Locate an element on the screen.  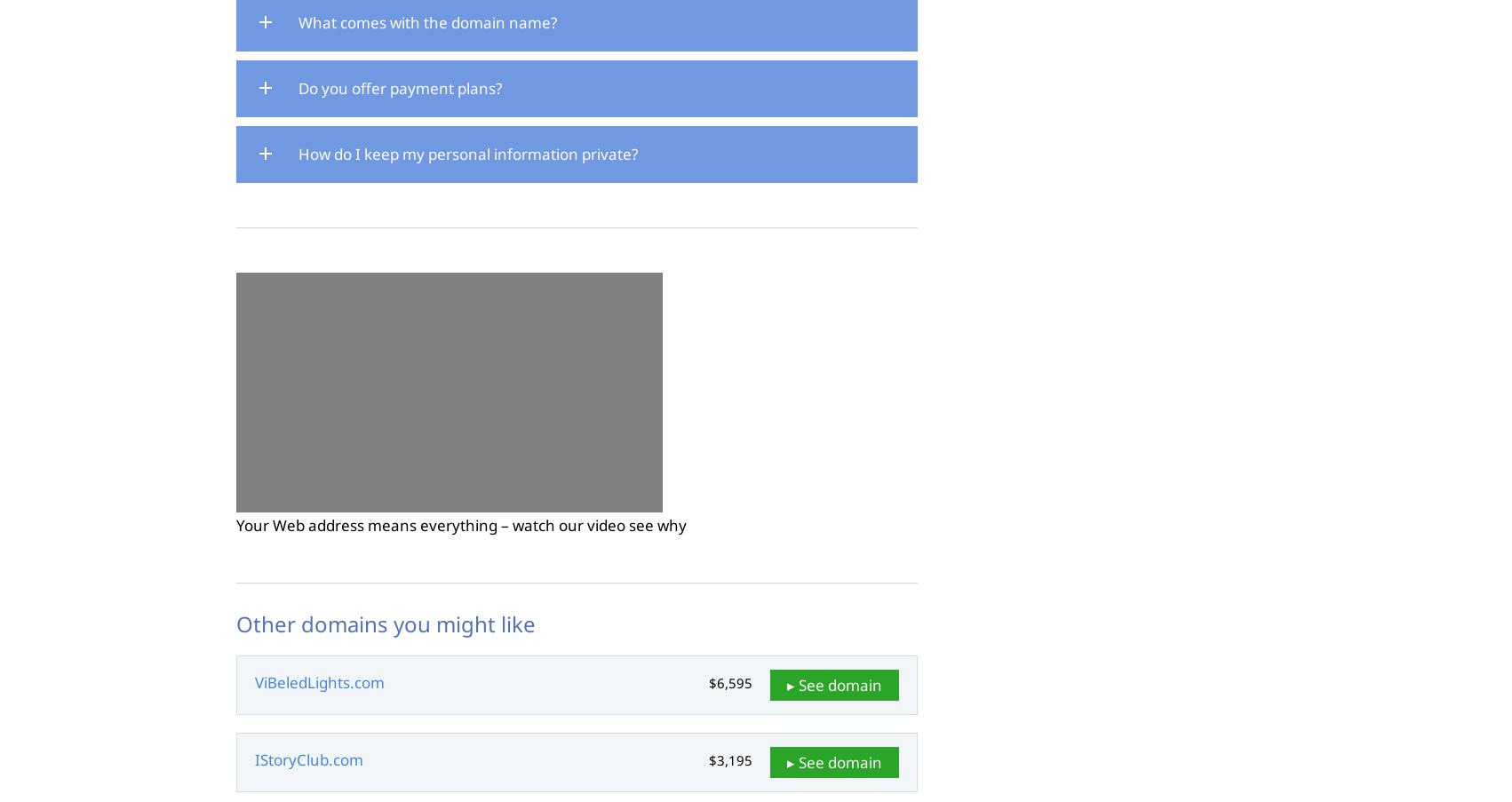
'$6,595' is located at coordinates (729, 682).